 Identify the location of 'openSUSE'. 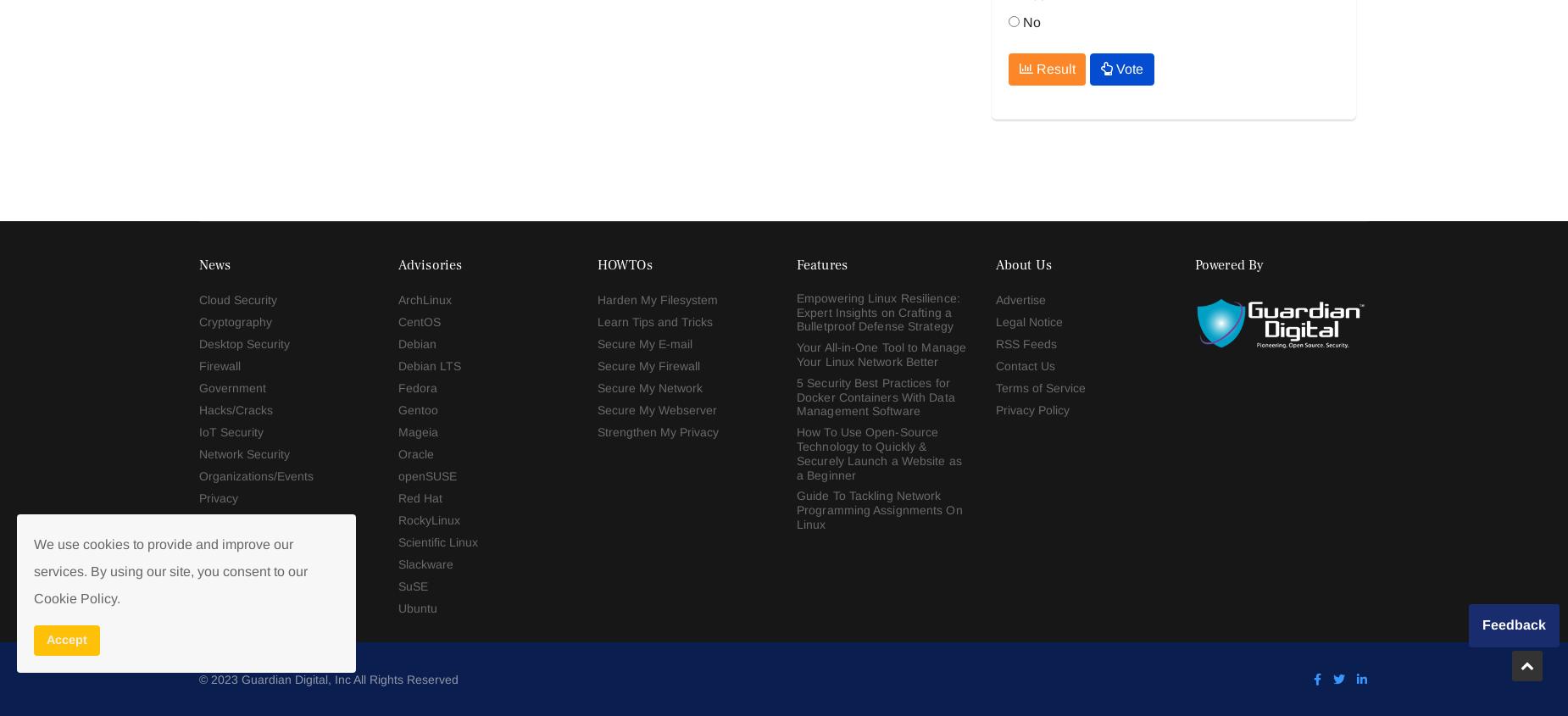
(427, 47).